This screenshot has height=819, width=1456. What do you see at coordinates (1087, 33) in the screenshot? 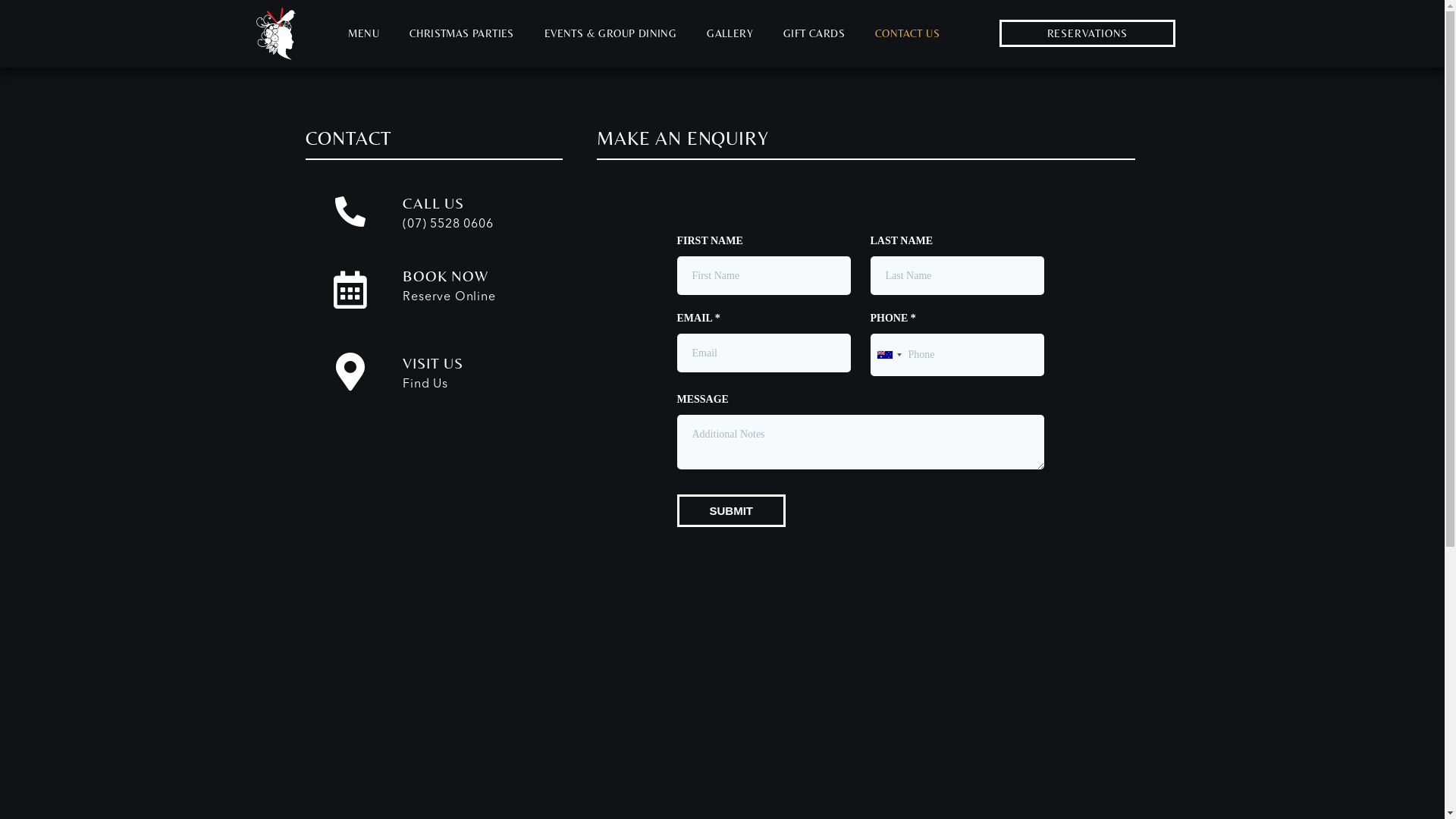
I see `'RESERVATIONS'` at bounding box center [1087, 33].